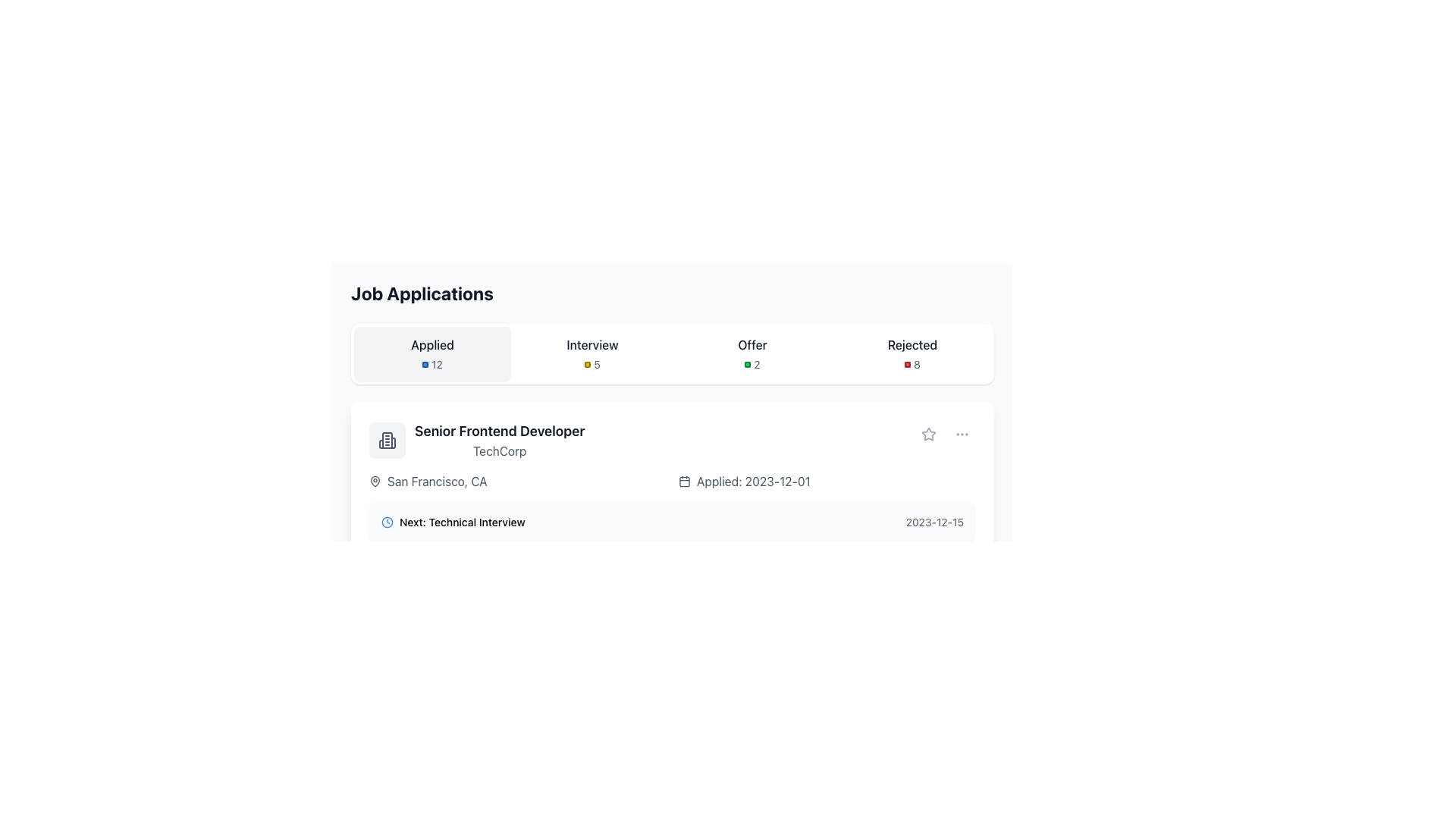 This screenshot has width=1456, height=819. Describe the element at coordinates (591, 345) in the screenshot. I see `the static text label displaying 'Interview', which is centrally located under the 'Job Applications' header and positioned between 'Applied' and 'Offer' labels` at that location.